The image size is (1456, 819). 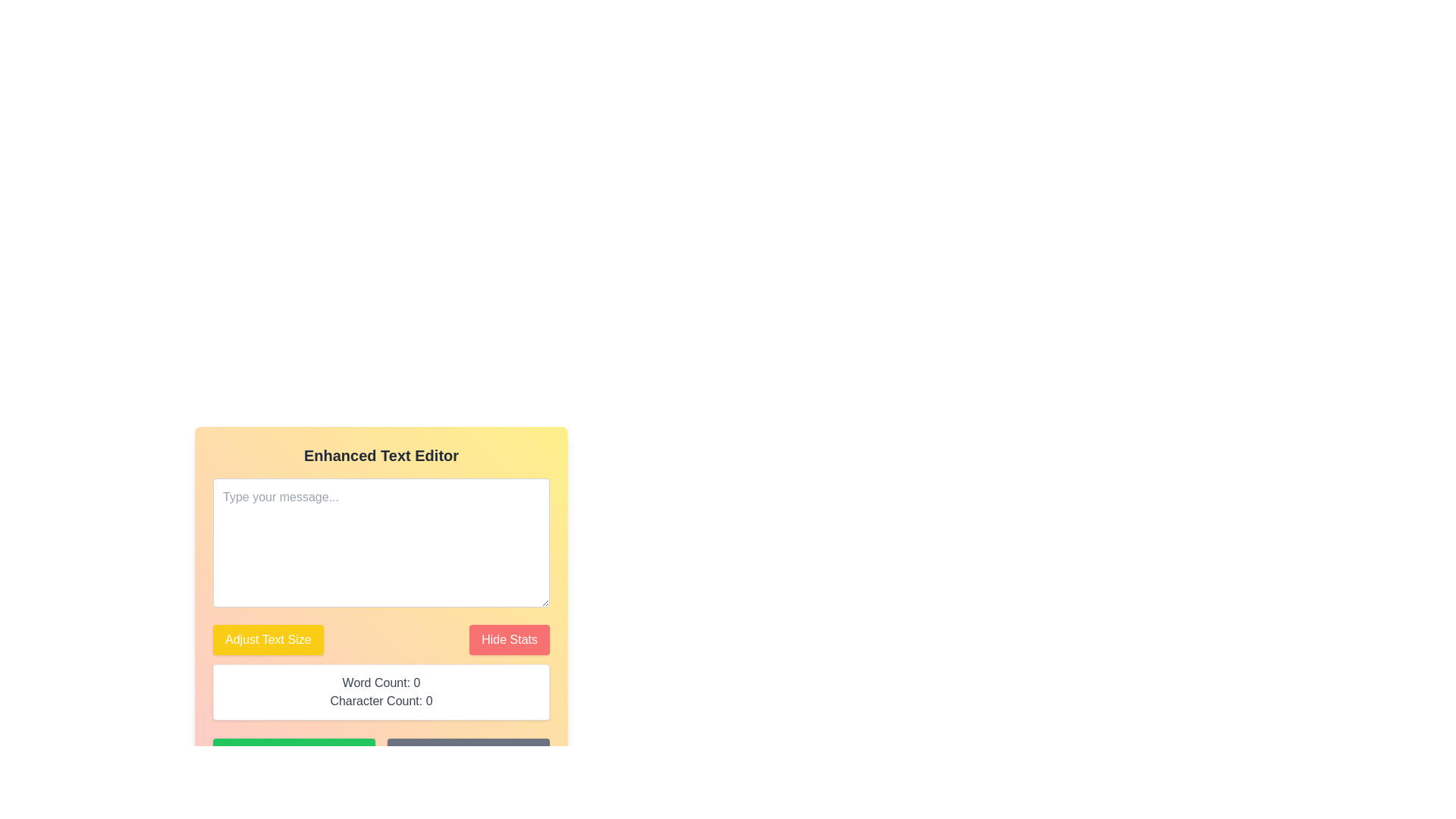 I want to click on the button in the 'Enhanced Text Editor' section that adjusts text size, so click(x=268, y=640).